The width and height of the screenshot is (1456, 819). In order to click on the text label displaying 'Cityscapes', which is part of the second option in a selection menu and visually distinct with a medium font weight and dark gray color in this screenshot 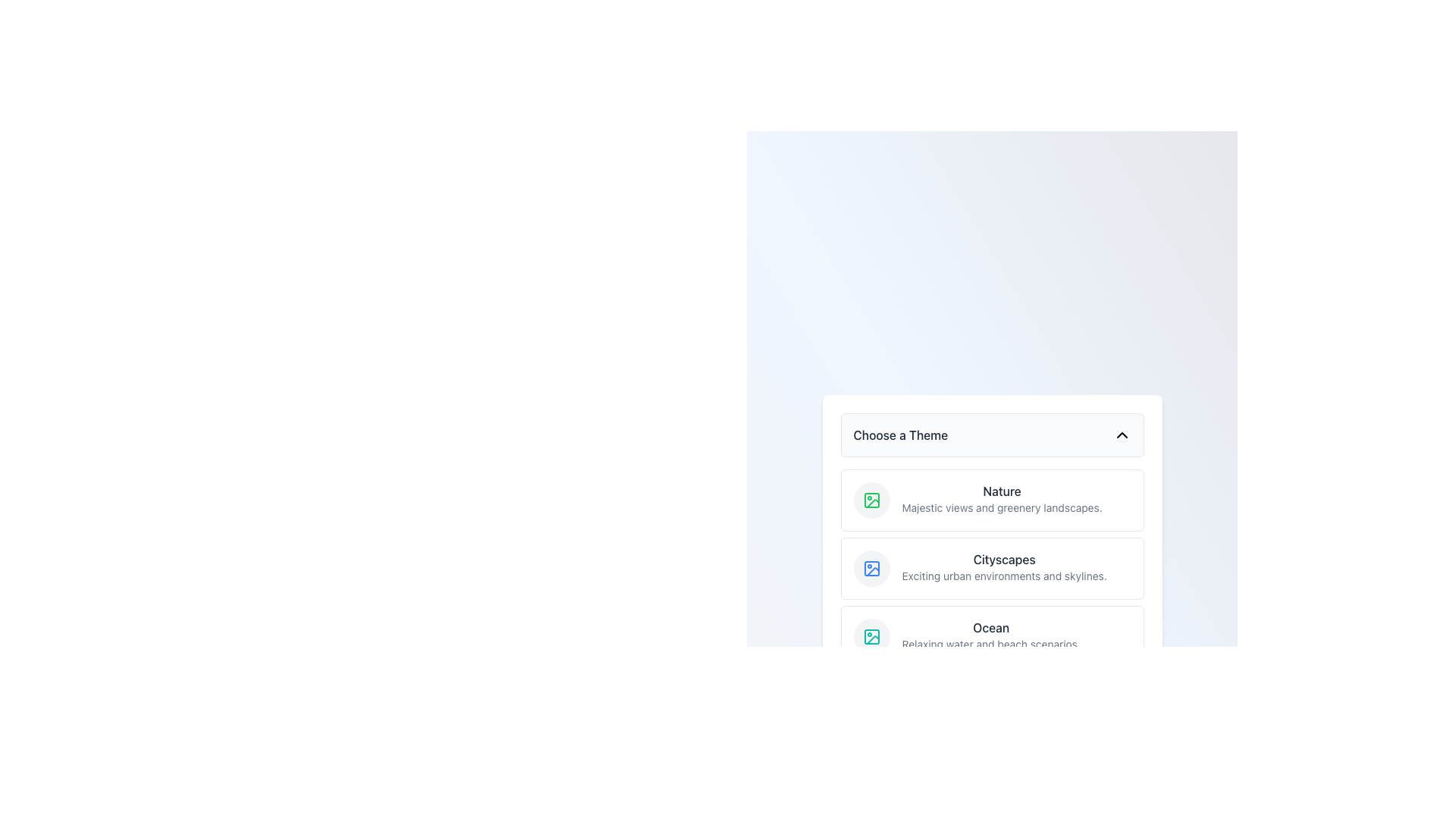, I will do `click(1004, 559)`.